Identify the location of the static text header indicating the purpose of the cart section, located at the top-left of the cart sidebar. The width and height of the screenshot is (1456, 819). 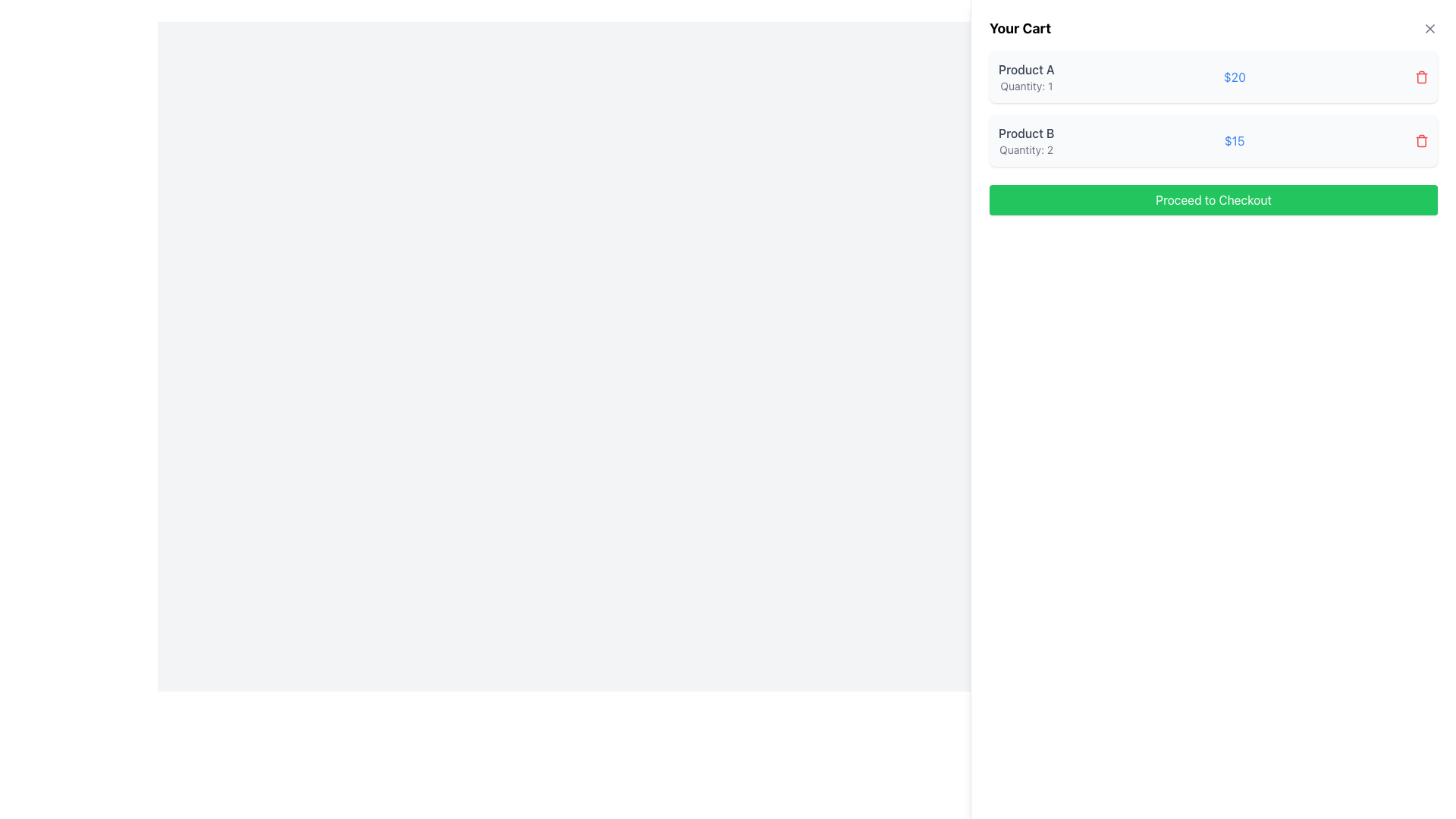
(1020, 29).